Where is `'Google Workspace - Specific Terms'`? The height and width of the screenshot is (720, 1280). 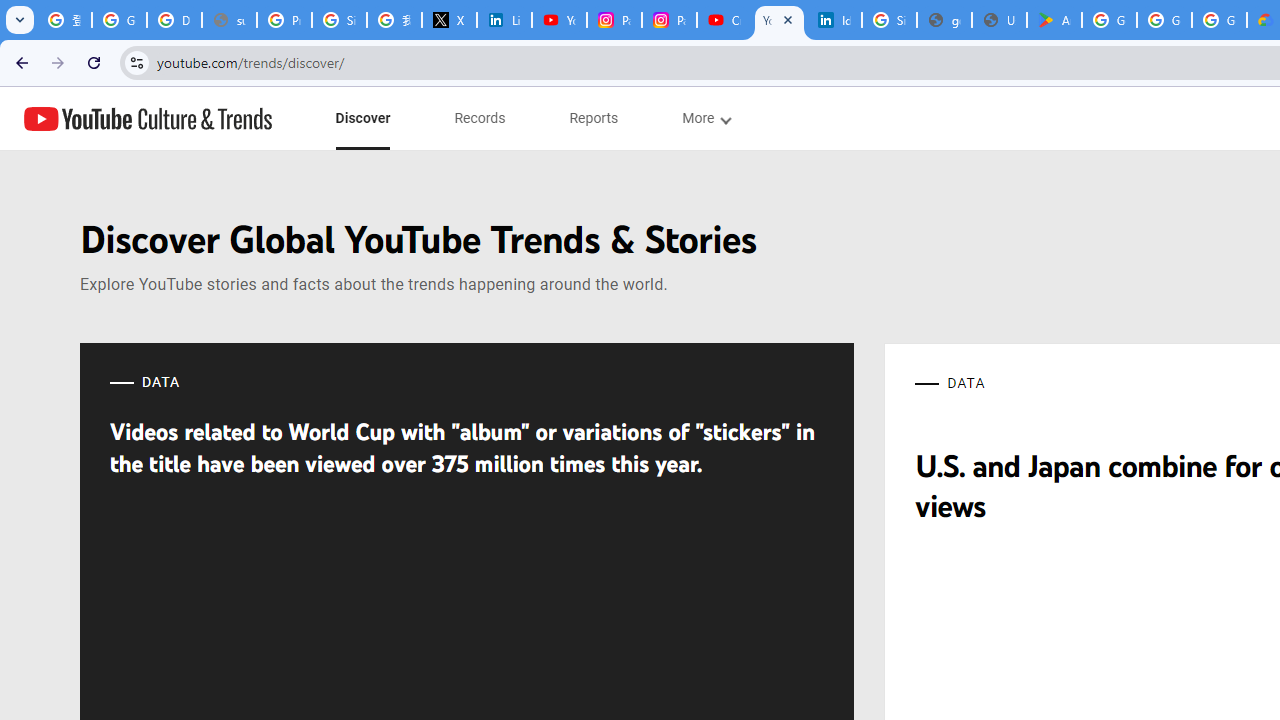 'Google Workspace - Specific Terms' is located at coordinates (1164, 20).